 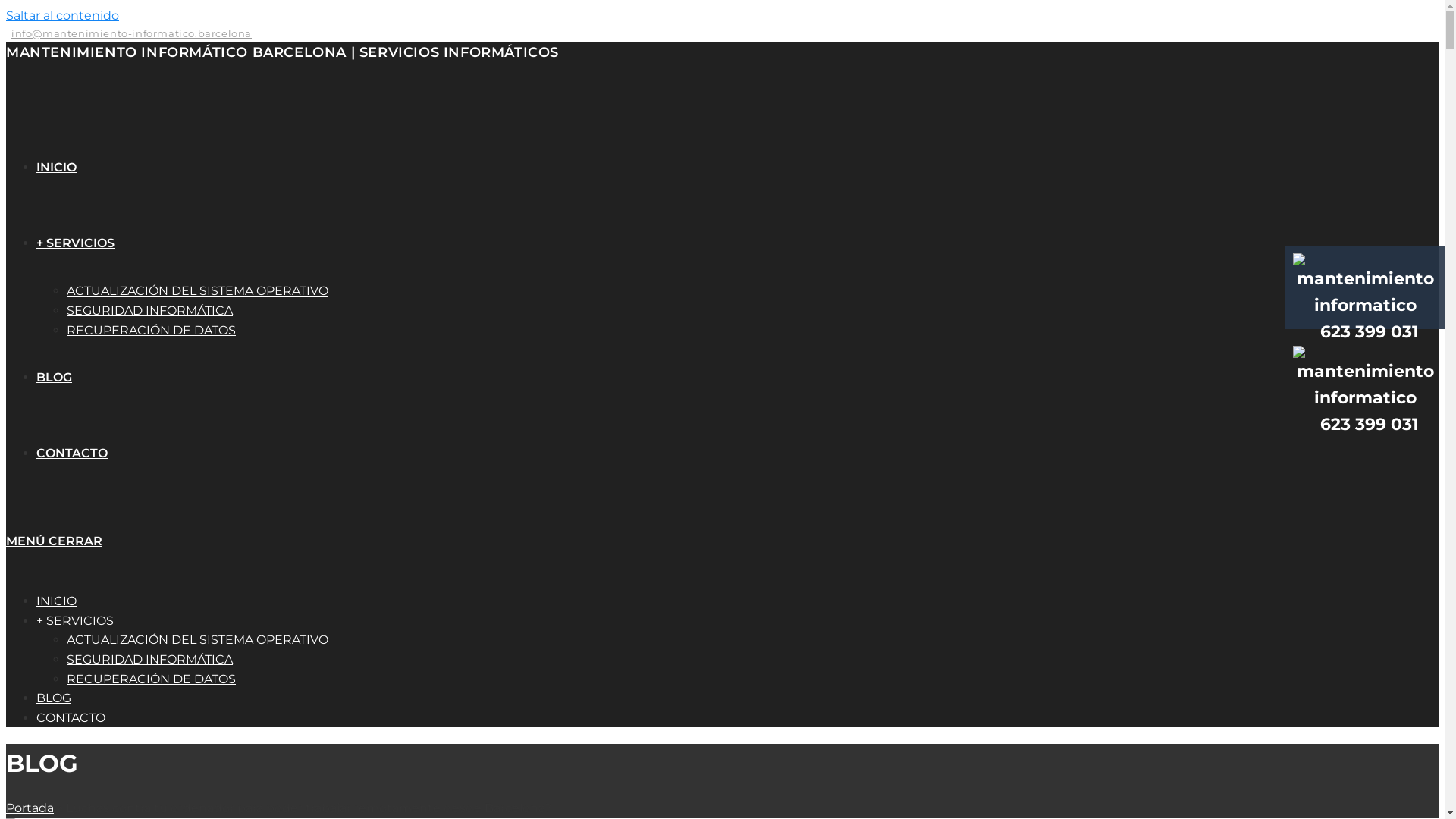 I want to click on 'CONTACTO', so click(x=71, y=452).